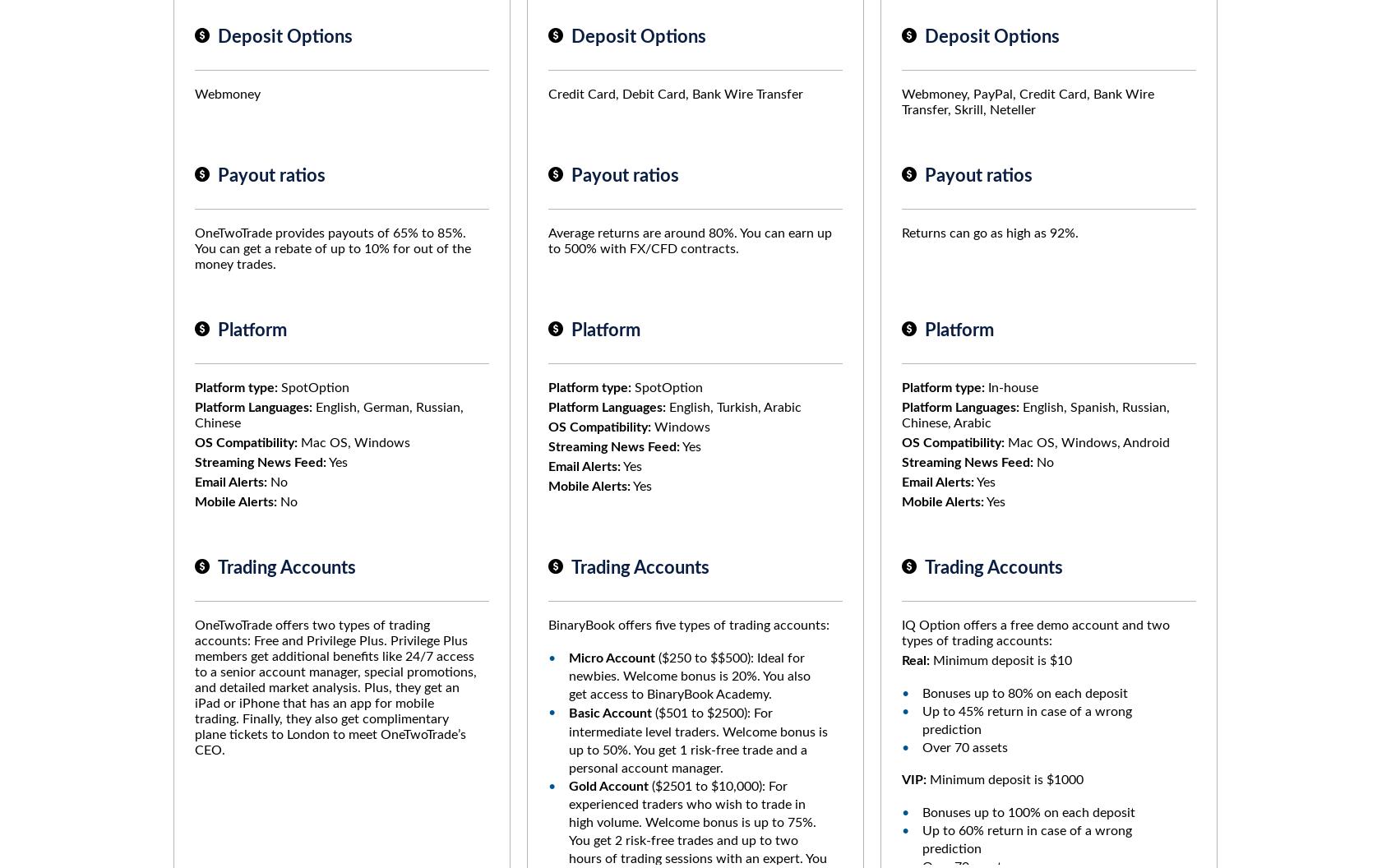 Image resolution: width=1391 pixels, height=868 pixels. Describe the element at coordinates (922, 813) in the screenshot. I see `'Bonuses up to 100% on each deposit'` at that location.